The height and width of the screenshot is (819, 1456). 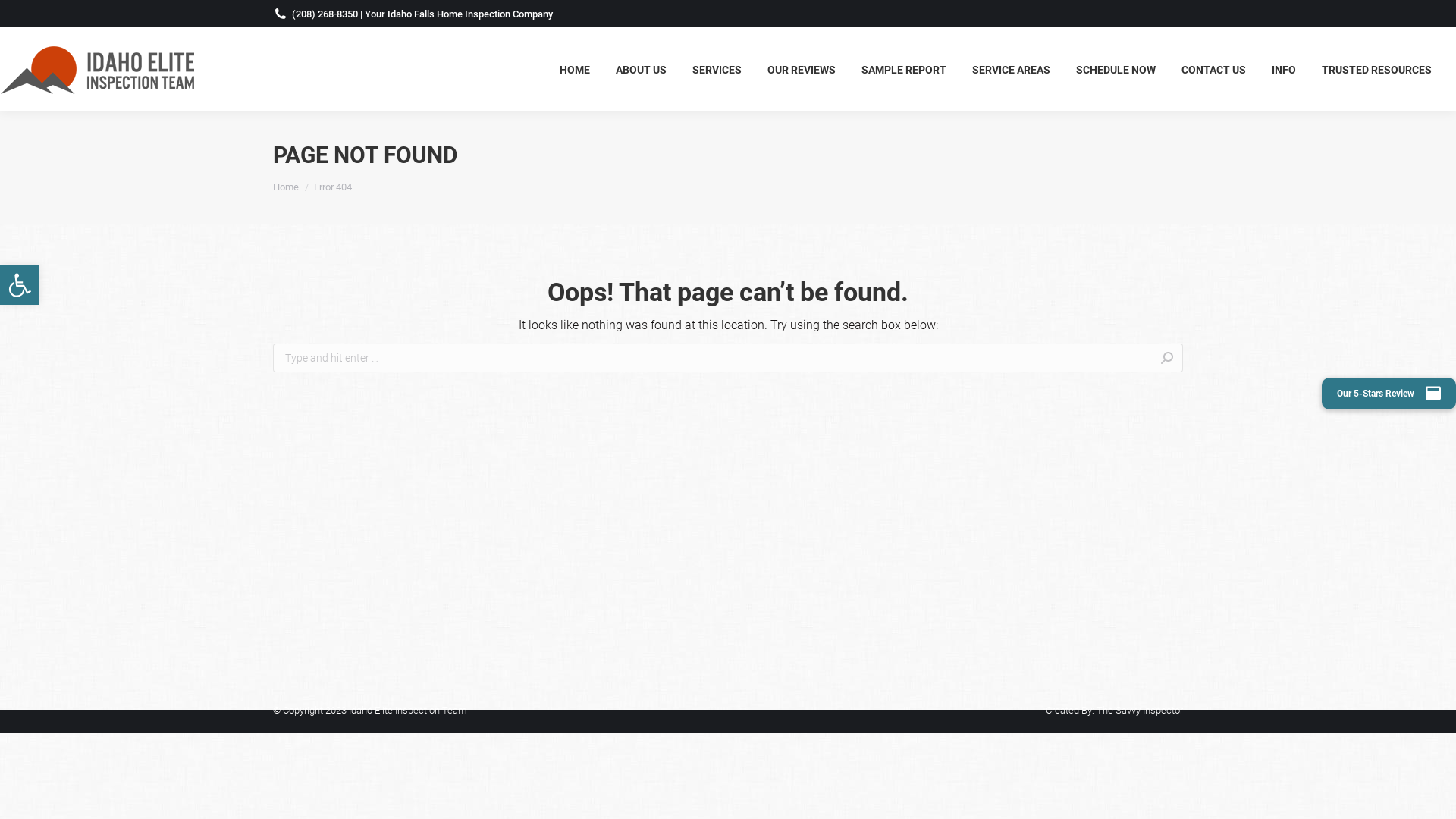 What do you see at coordinates (716, 69) in the screenshot?
I see `'SERVICES'` at bounding box center [716, 69].